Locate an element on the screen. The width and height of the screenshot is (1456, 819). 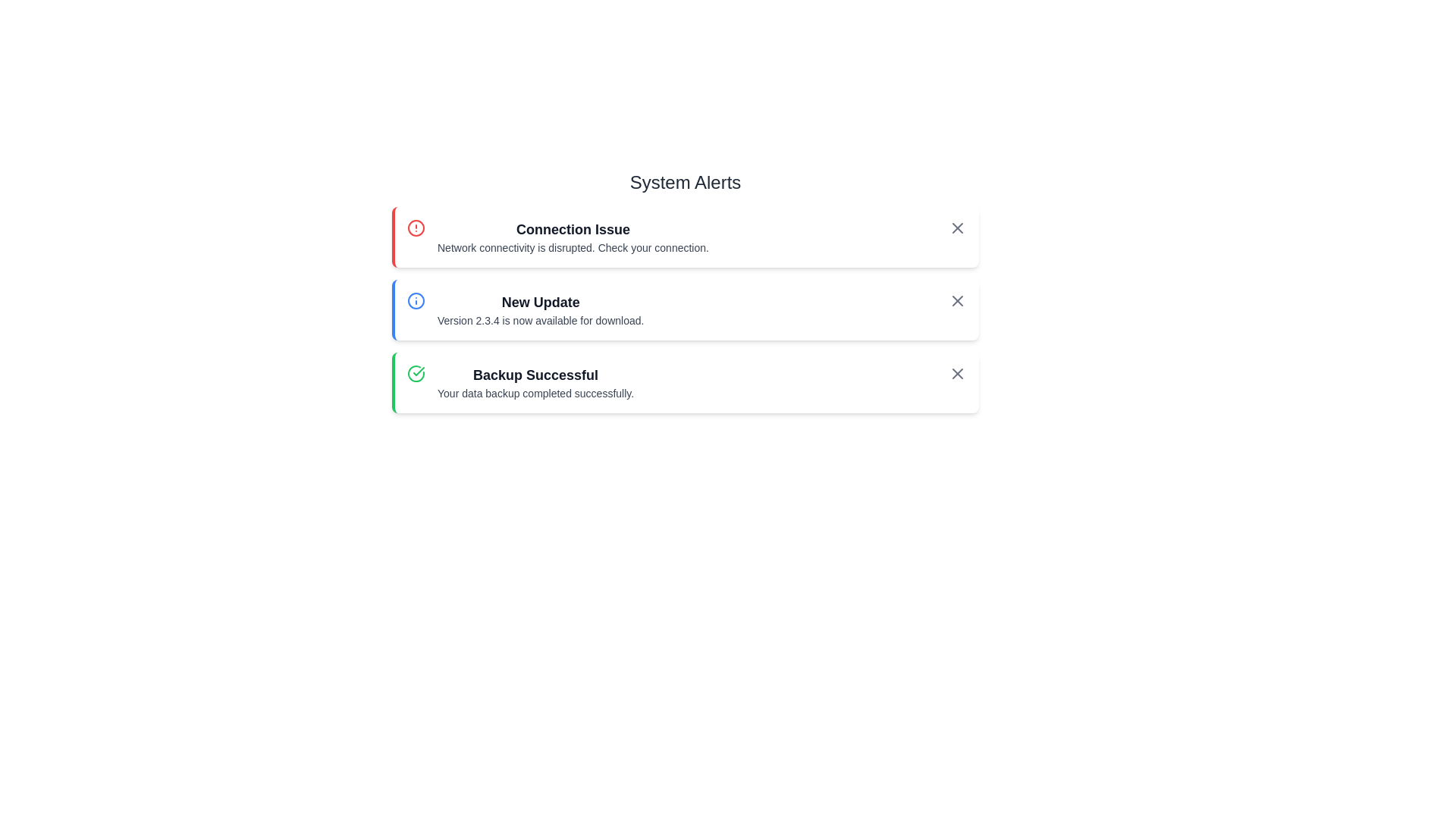
the 'Connection Issue' header text is located at coordinates (572, 230).